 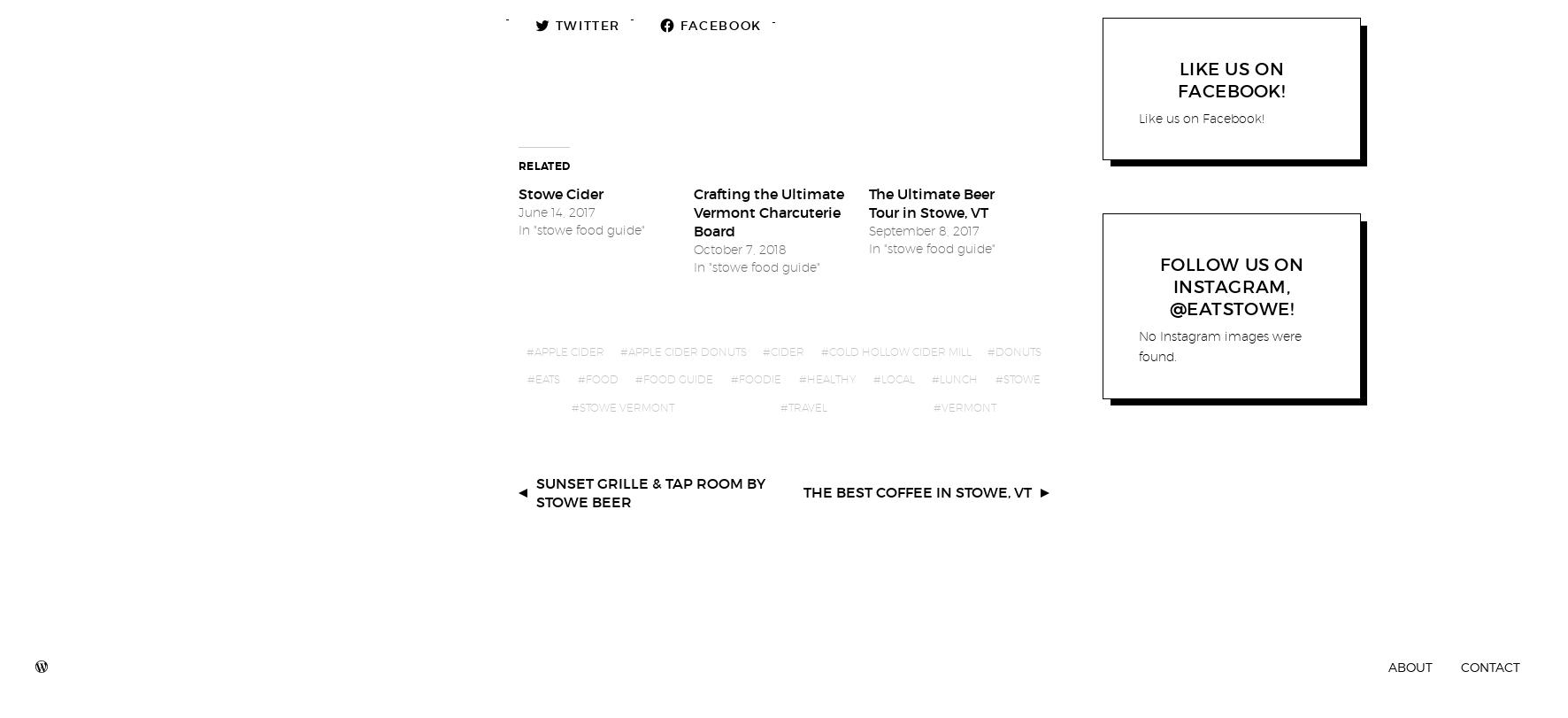 I want to click on 'cold hollow cider mill', so click(x=826, y=351).